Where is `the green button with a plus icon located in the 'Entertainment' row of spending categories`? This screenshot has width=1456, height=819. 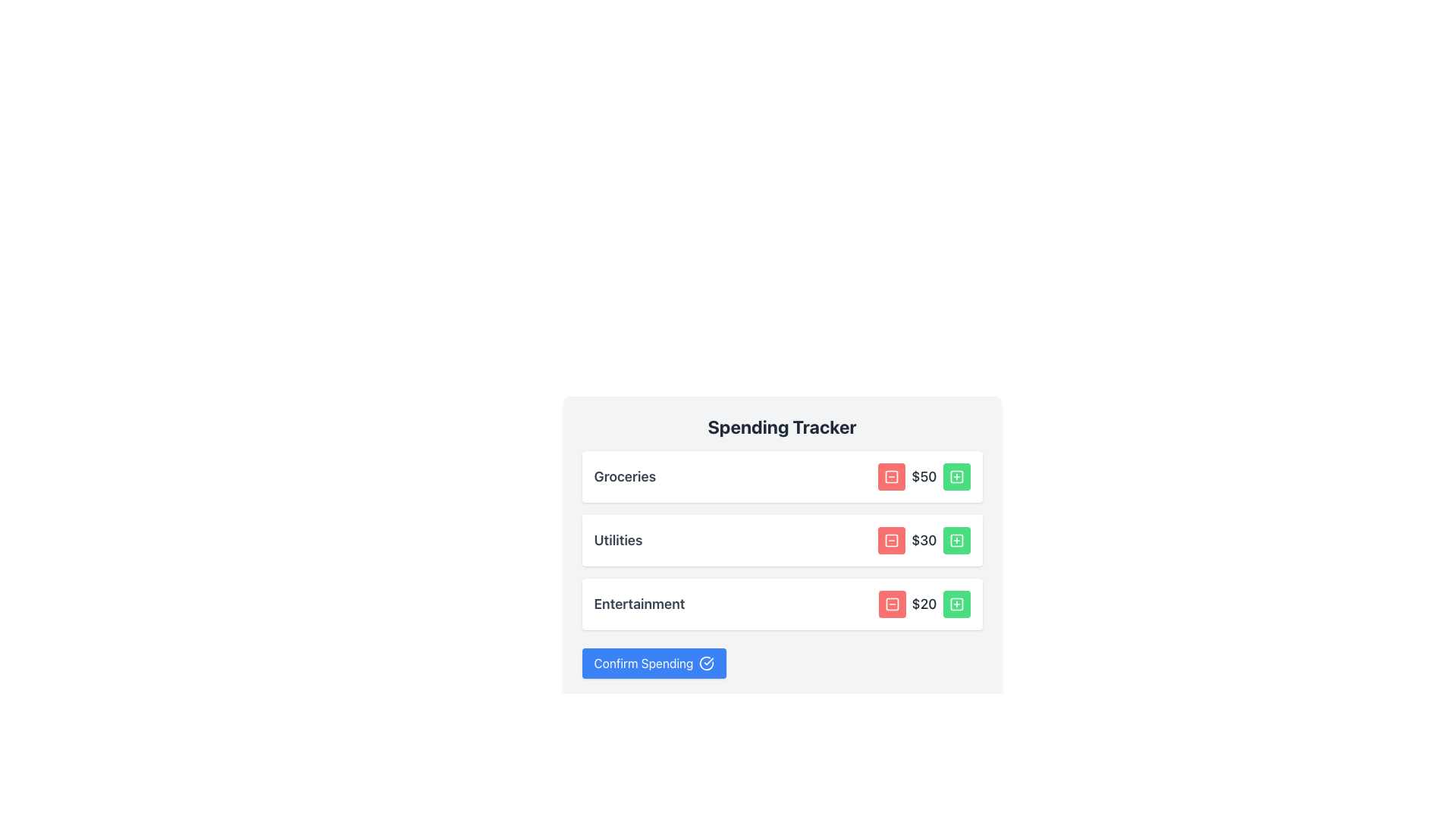
the green button with a plus icon located in the 'Entertainment' row of spending categories is located at coordinates (955, 604).